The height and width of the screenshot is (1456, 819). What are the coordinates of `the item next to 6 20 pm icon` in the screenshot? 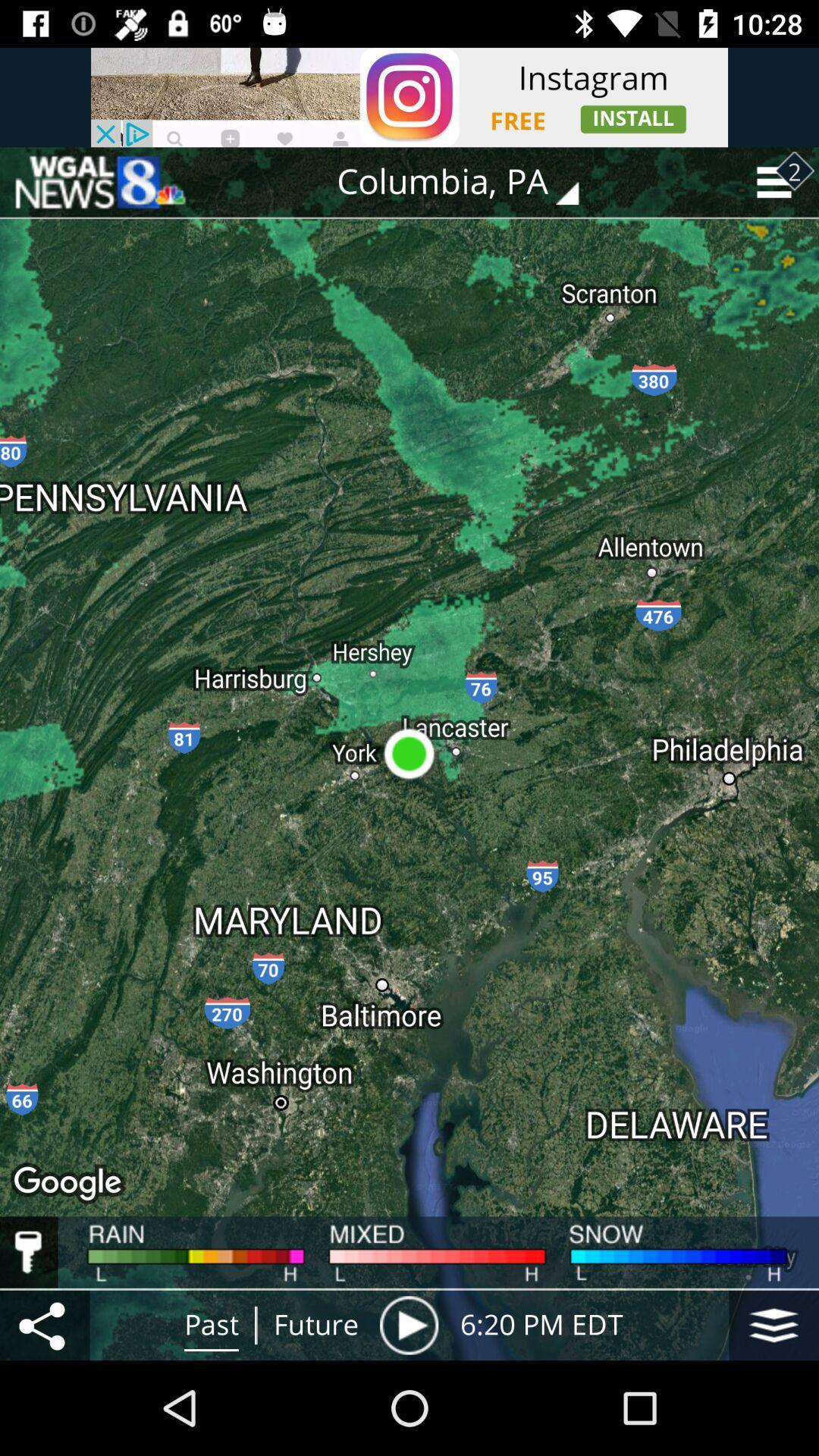 It's located at (408, 1324).